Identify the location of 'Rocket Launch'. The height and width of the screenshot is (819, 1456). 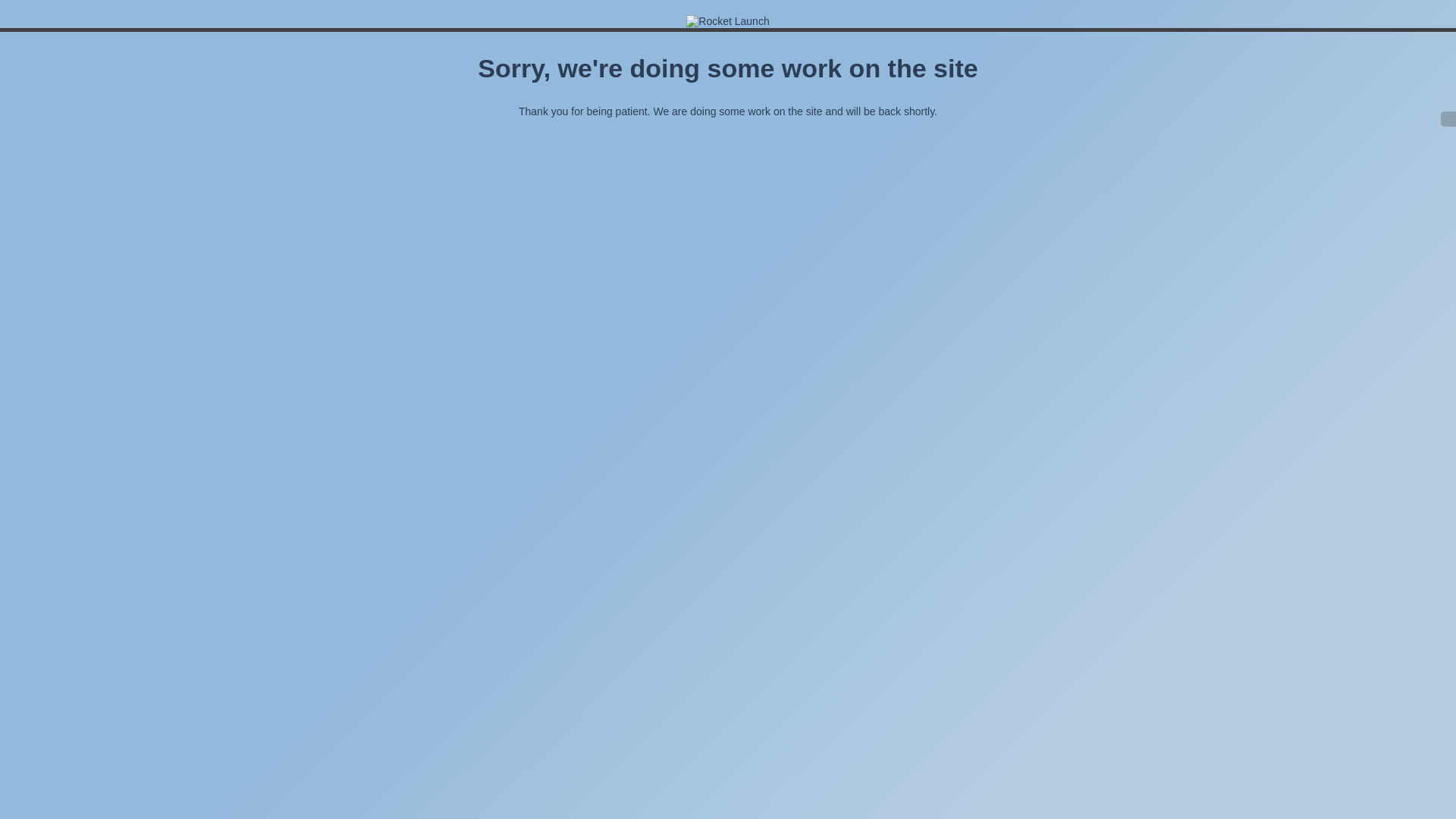
(686, 21).